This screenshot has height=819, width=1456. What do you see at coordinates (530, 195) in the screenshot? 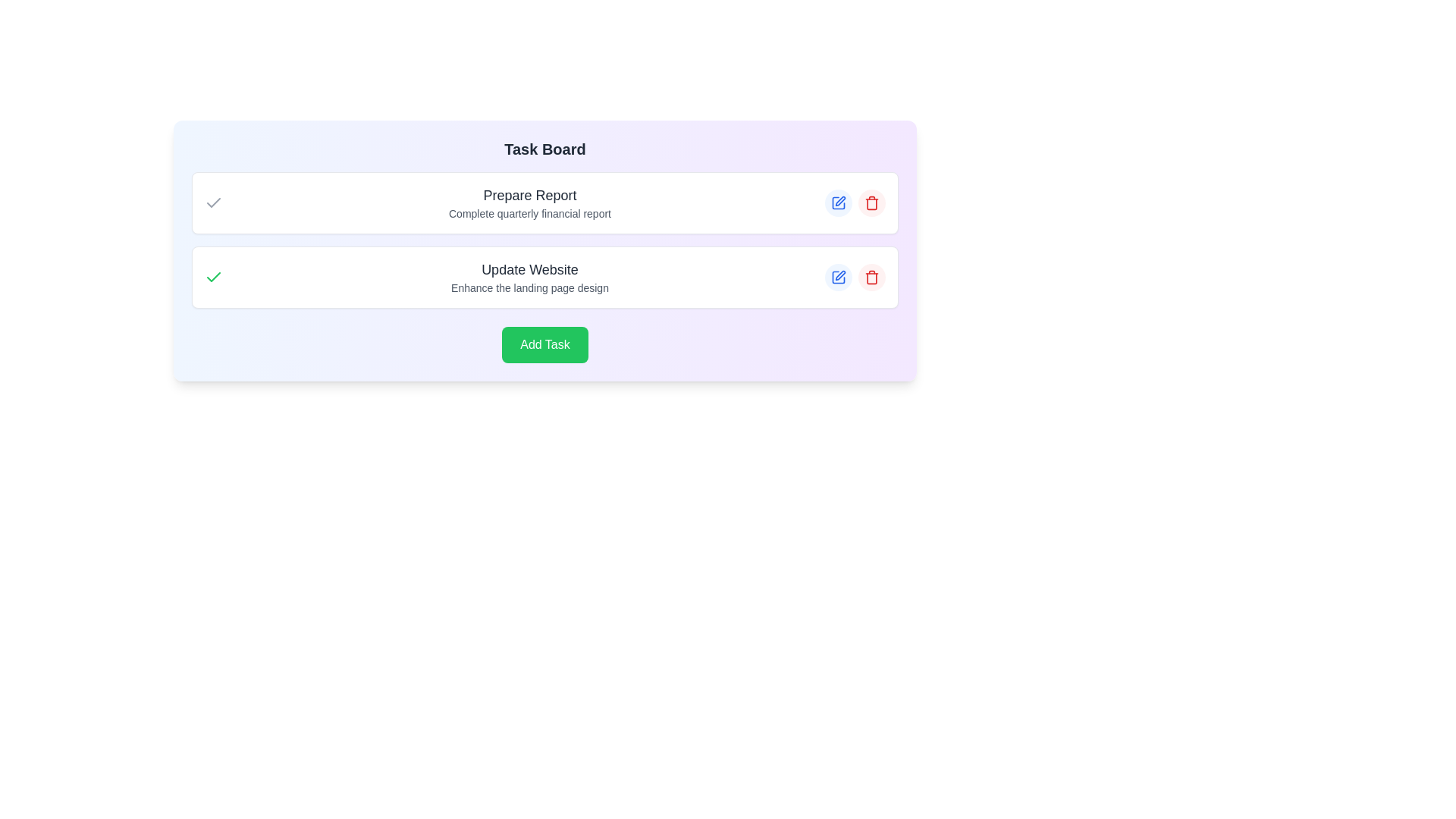
I see `the title text label of a task entry in the 'Task Board' interface, which is positioned above the subtitle 'Complete quarterly financial report'` at bounding box center [530, 195].